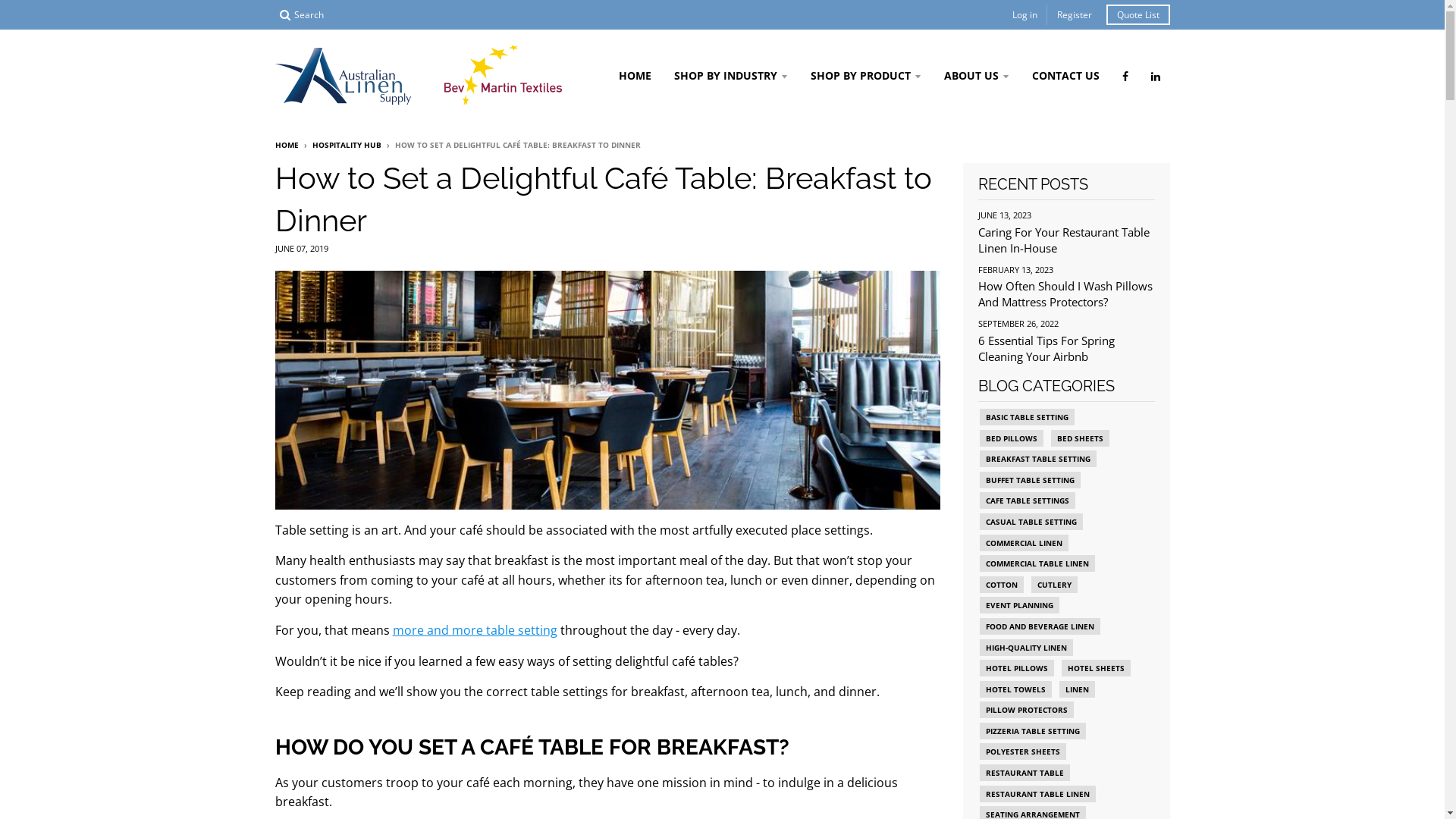 The height and width of the screenshot is (819, 1456). Describe the element at coordinates (1065, 76) in the screenshot. I see `'CONTACT US'` at that location.